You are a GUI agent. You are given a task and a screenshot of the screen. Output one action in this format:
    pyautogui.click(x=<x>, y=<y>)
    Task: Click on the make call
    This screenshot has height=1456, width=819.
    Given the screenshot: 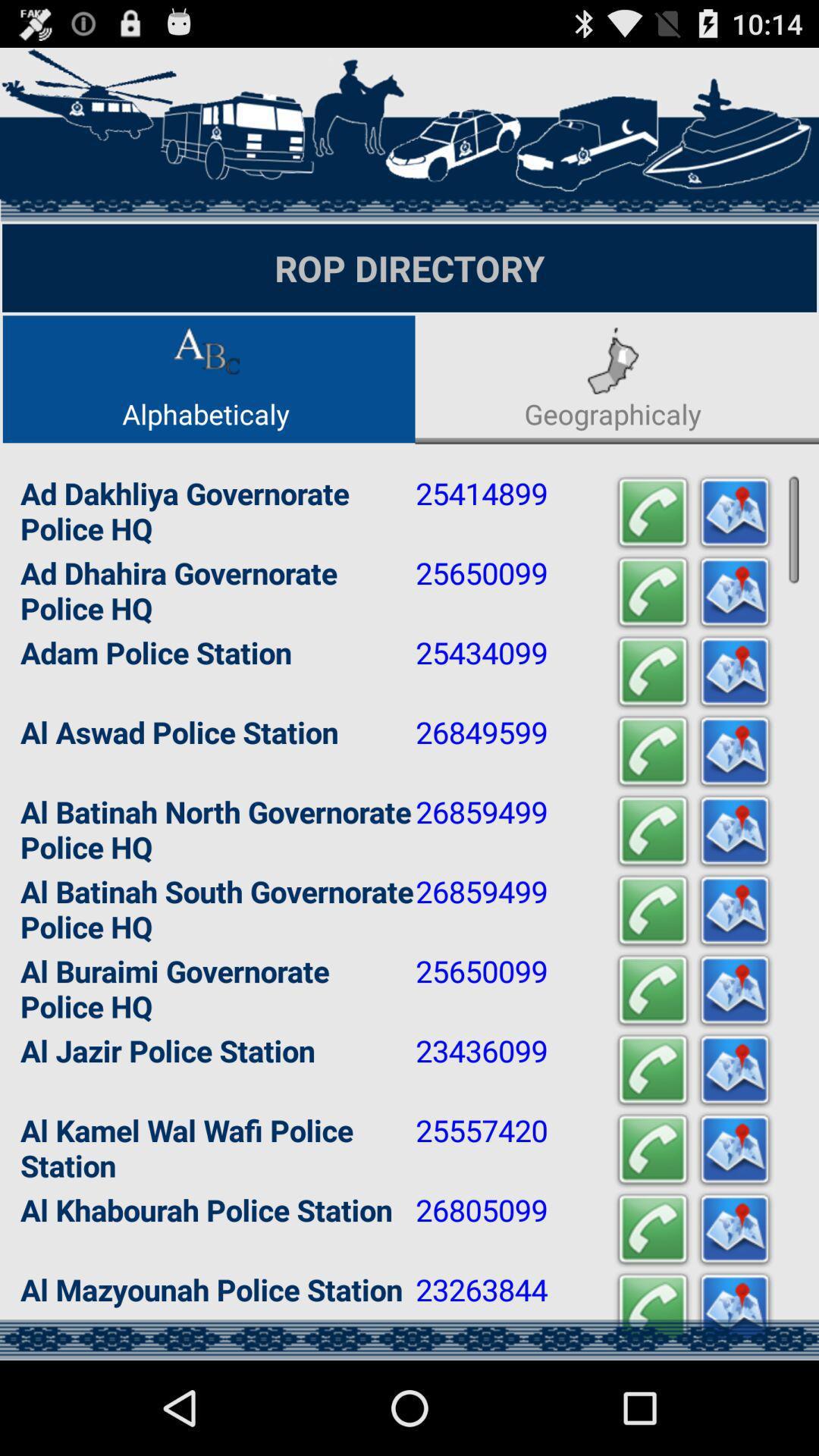 What is the action you would take?
    pyautogui.click(x=651, y=1069)
    